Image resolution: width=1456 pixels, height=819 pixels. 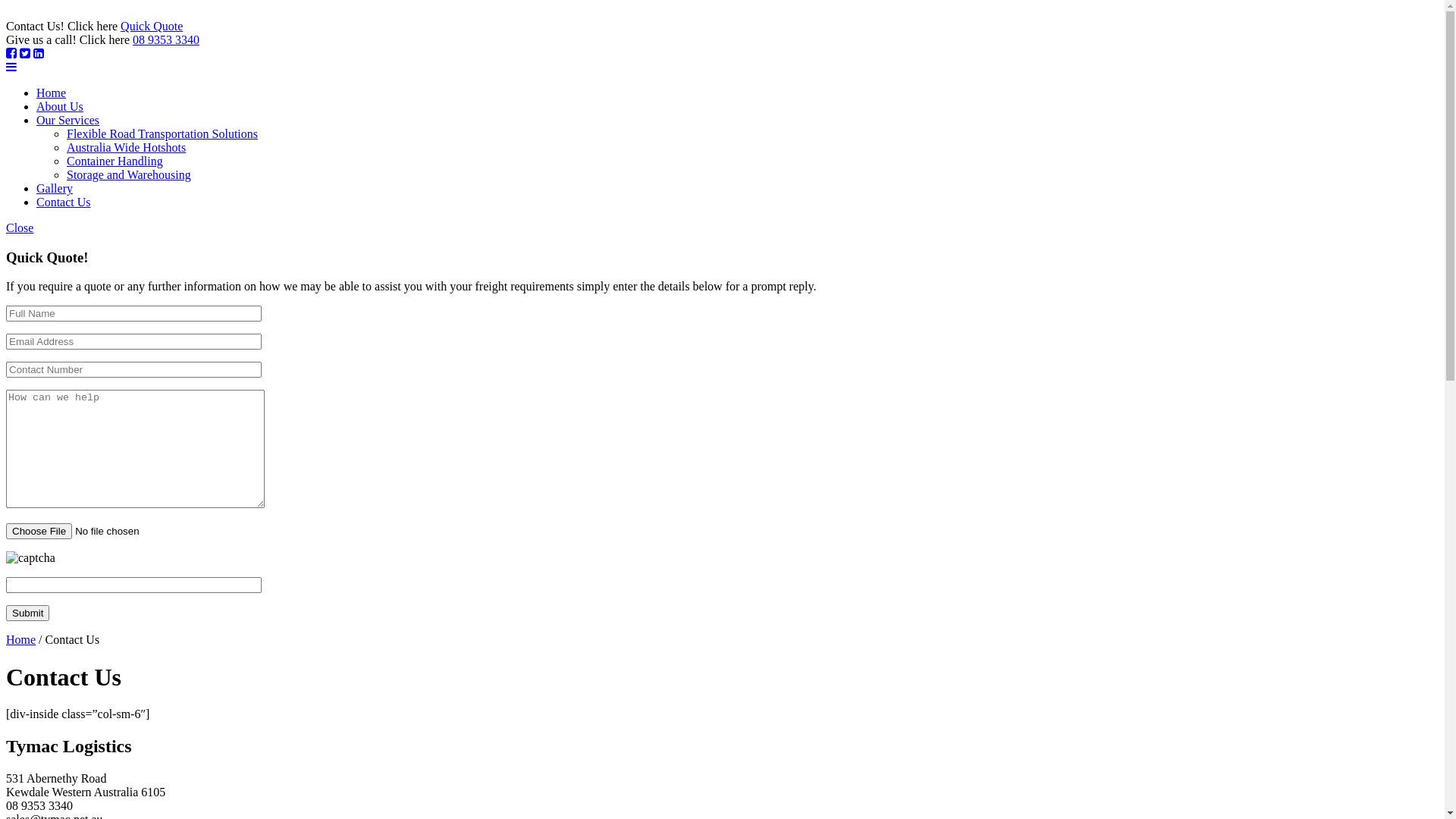 I want to click on 'Storage and Warehousing', so click(x=65, y=174).